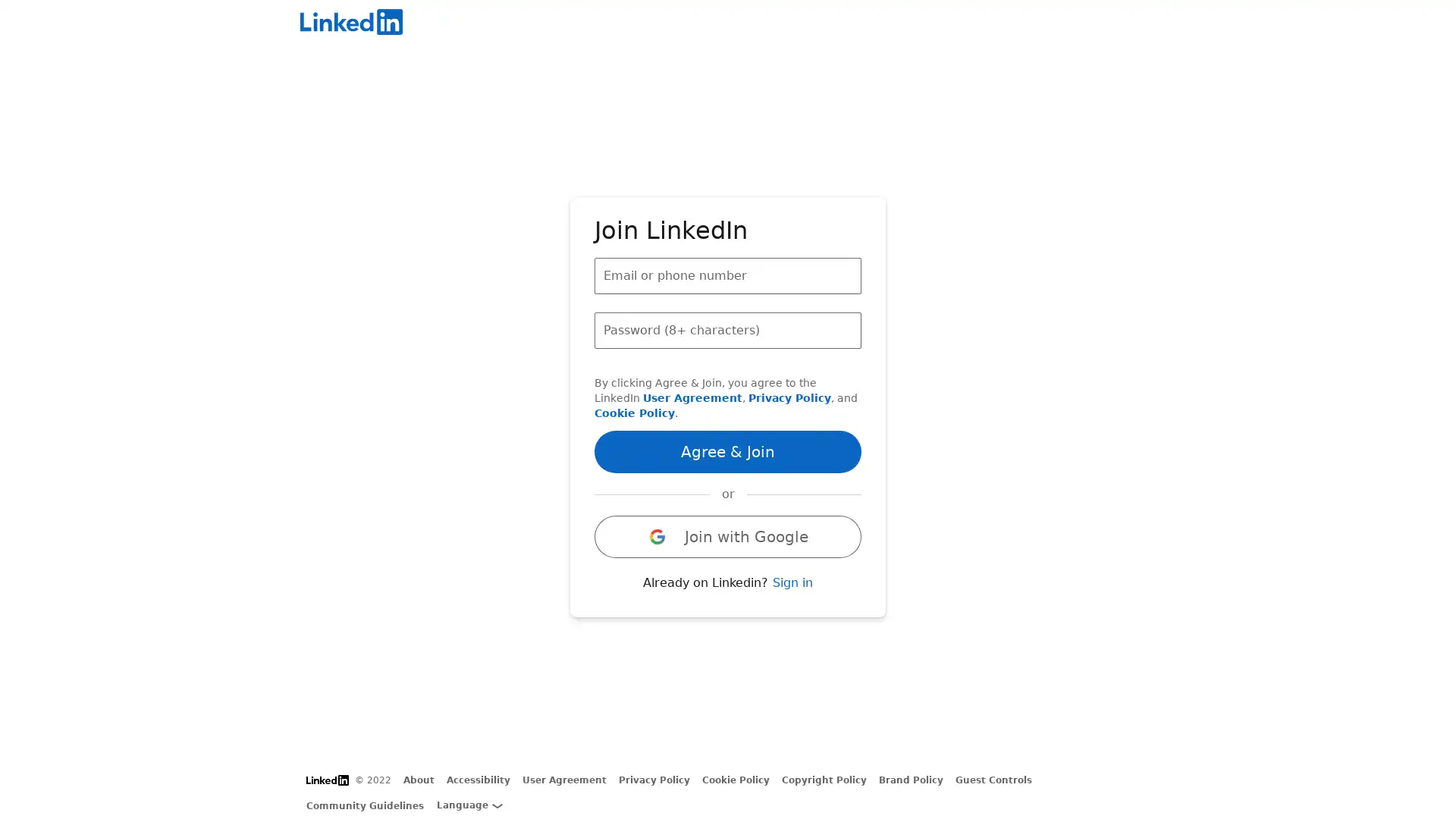 Image resolution: width=1456 pixels, height=819 pixels. What do you see at coordinates (728, 450) in the screenshot?
I see `Agree & Join` at bounding box center [728, 450].